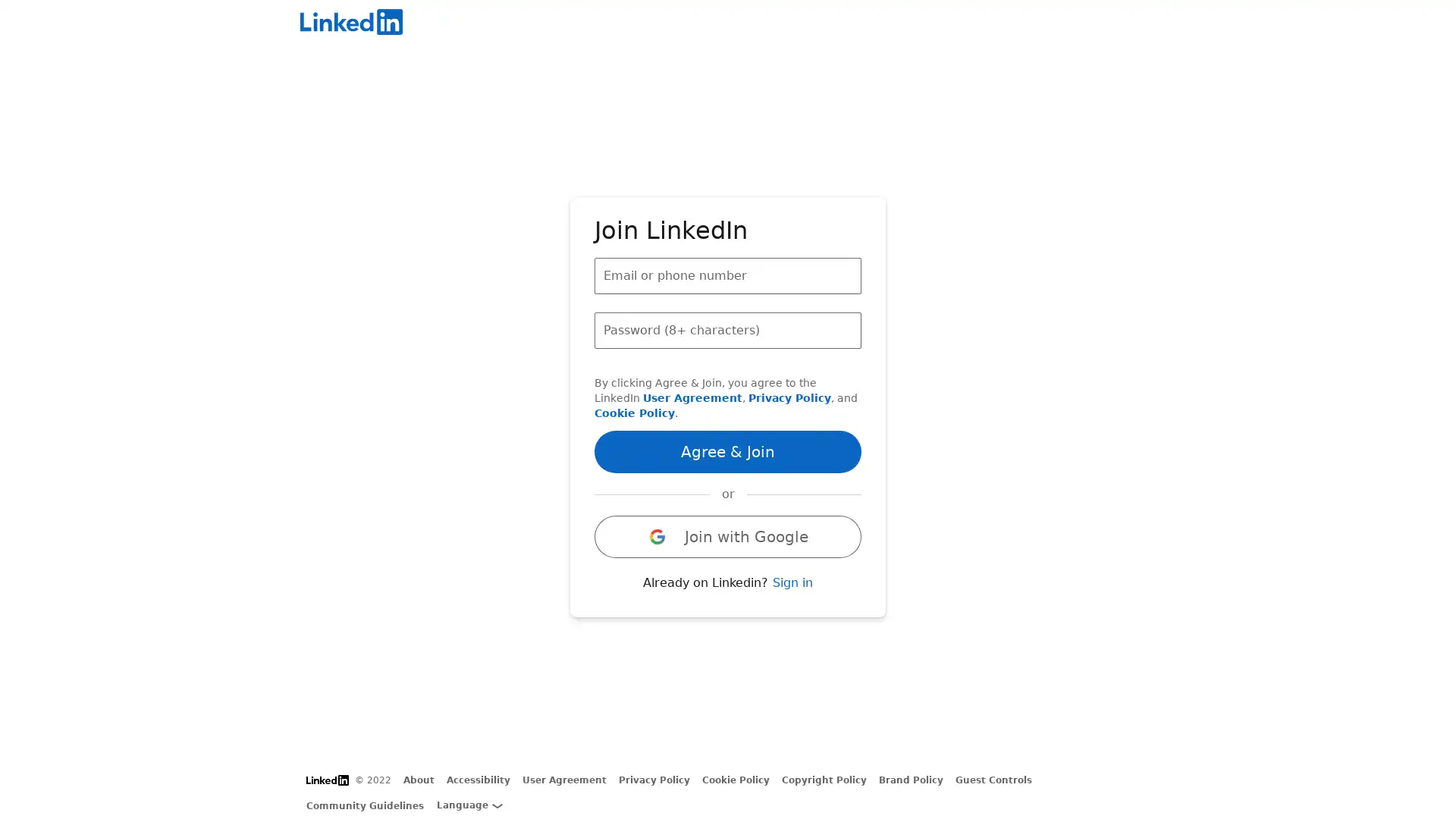 Image resolution: width=1456 pixels, height=819 pixels. What do you see at coordinates (728, 450) in the screenshot?
I see `Agree & Join` at bounding box center [728, 450].